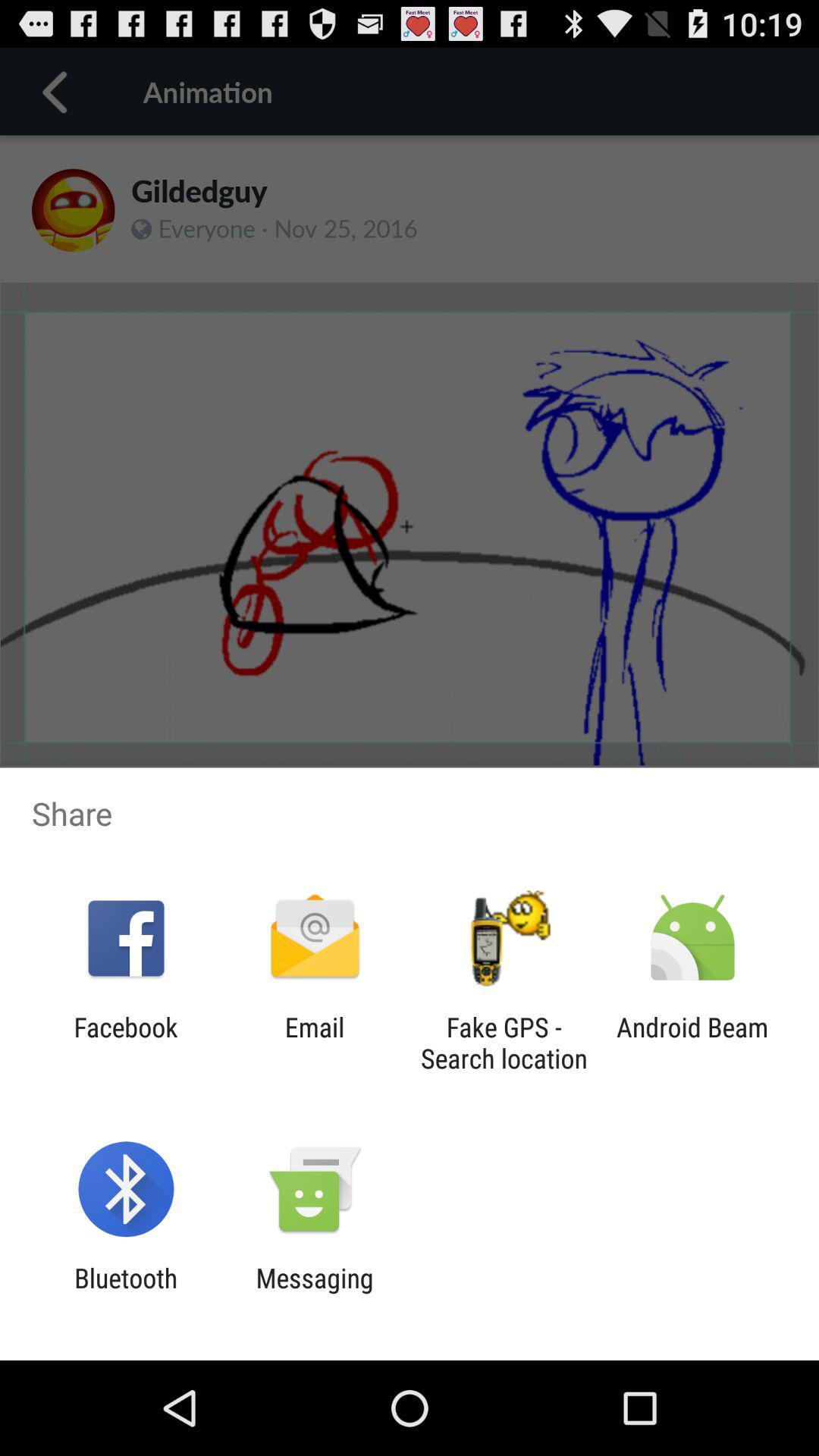  What do you see at coordinates (125, 1042) in the screenshot?
I see `icon to the left of the email` at bounding box center [125, 1042].